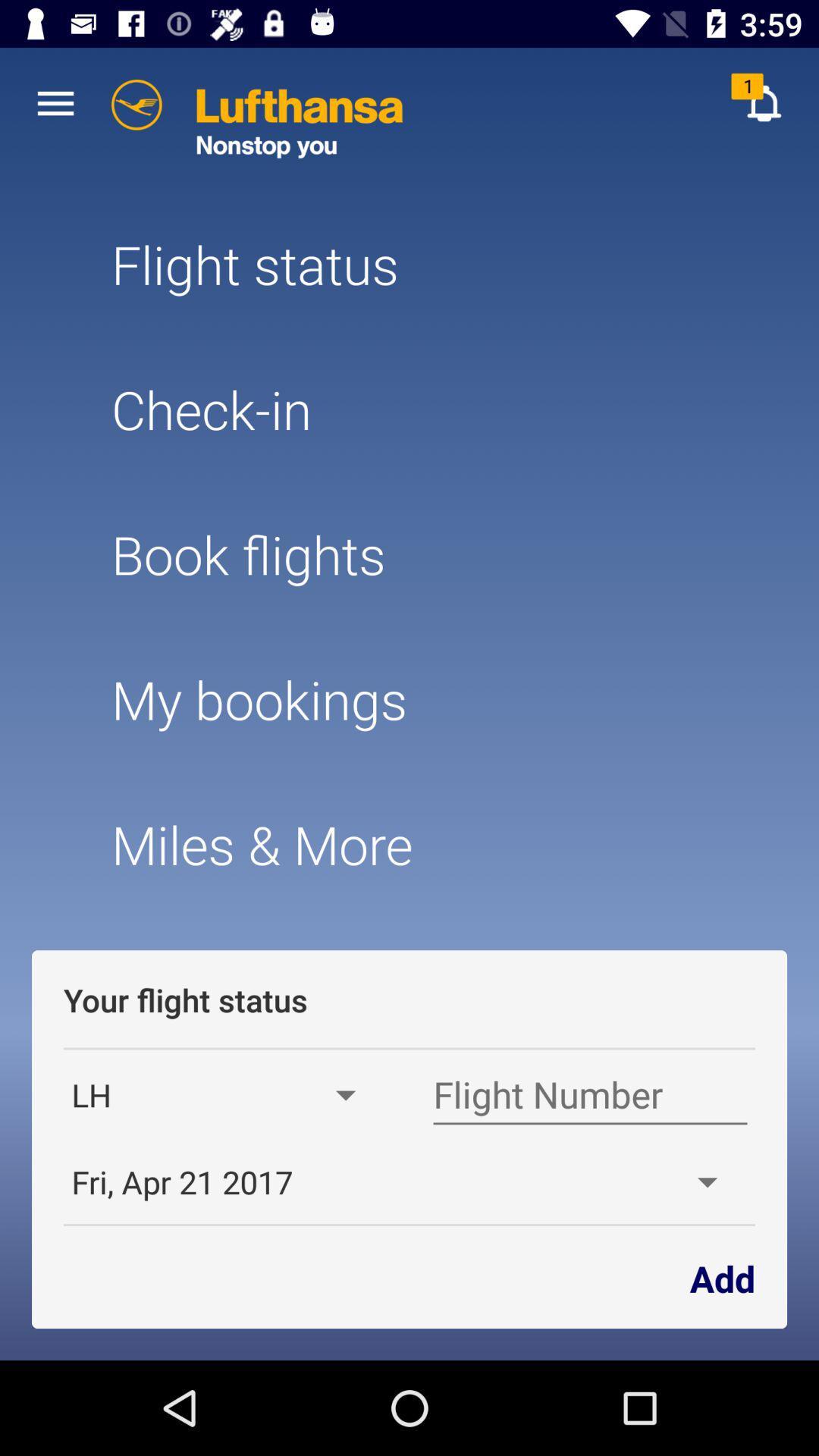 The height and width of the screenshot is (1456, 819). I want to click on text box, so click(589, 1095).